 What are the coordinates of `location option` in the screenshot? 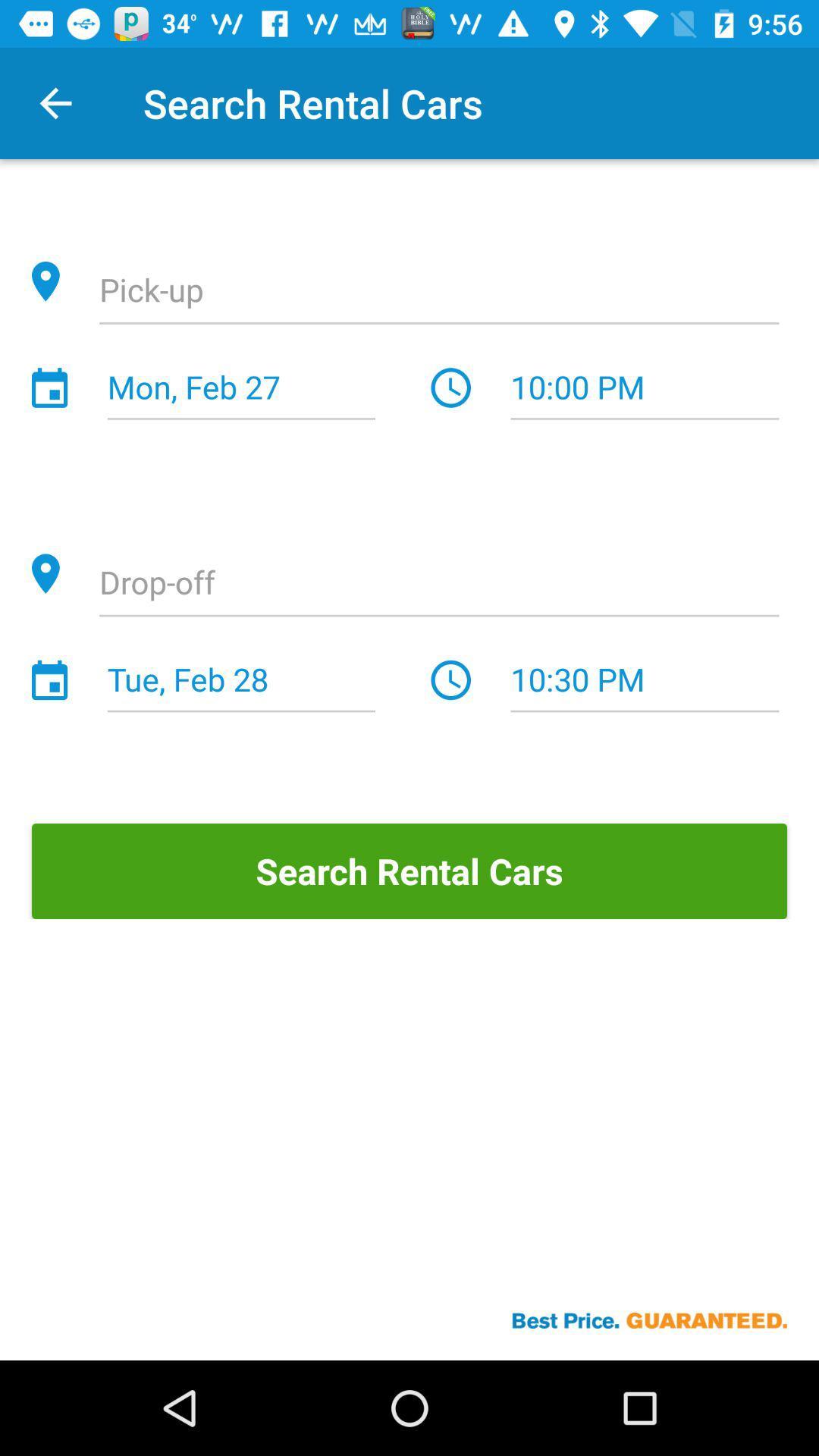 It's located at (439, 292).